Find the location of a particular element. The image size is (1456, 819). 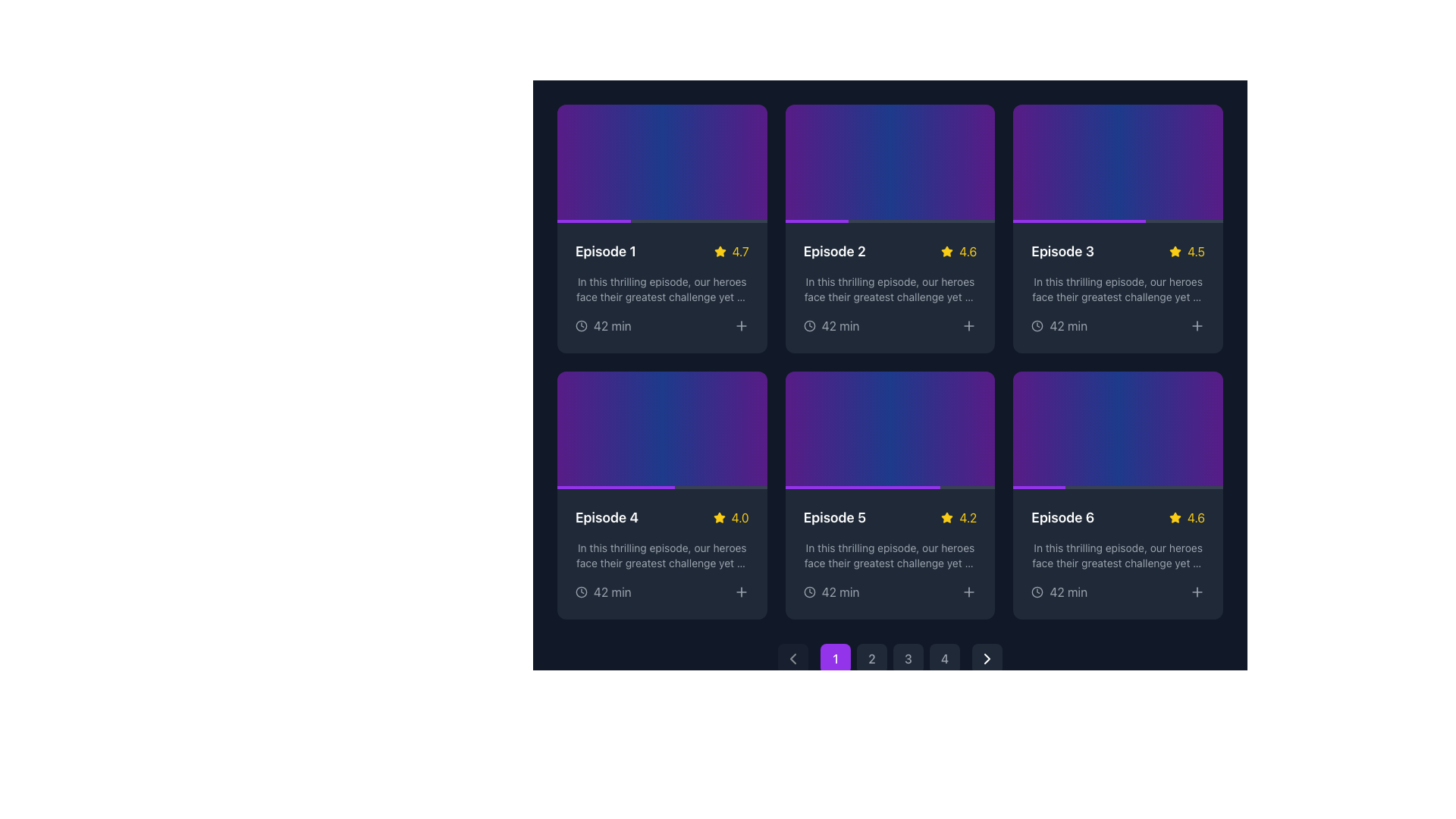

the rating icon that indicates a visual representation of a rating value of '4.6', located in the second card of the top row in the grid layout is located at coordinates (946, 250).